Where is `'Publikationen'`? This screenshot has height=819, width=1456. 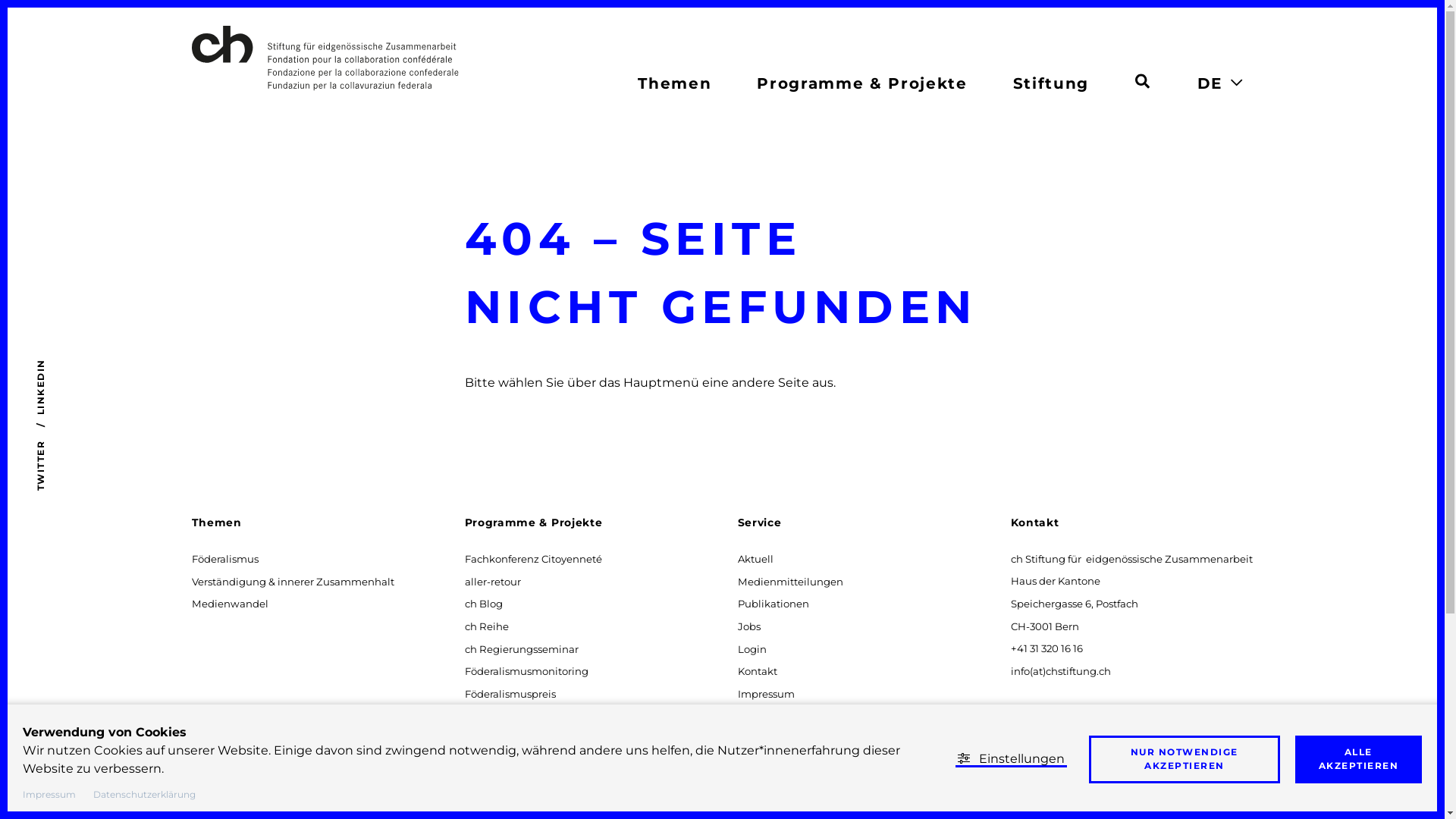 'Publikationen' is located at coordinates (735, 602).